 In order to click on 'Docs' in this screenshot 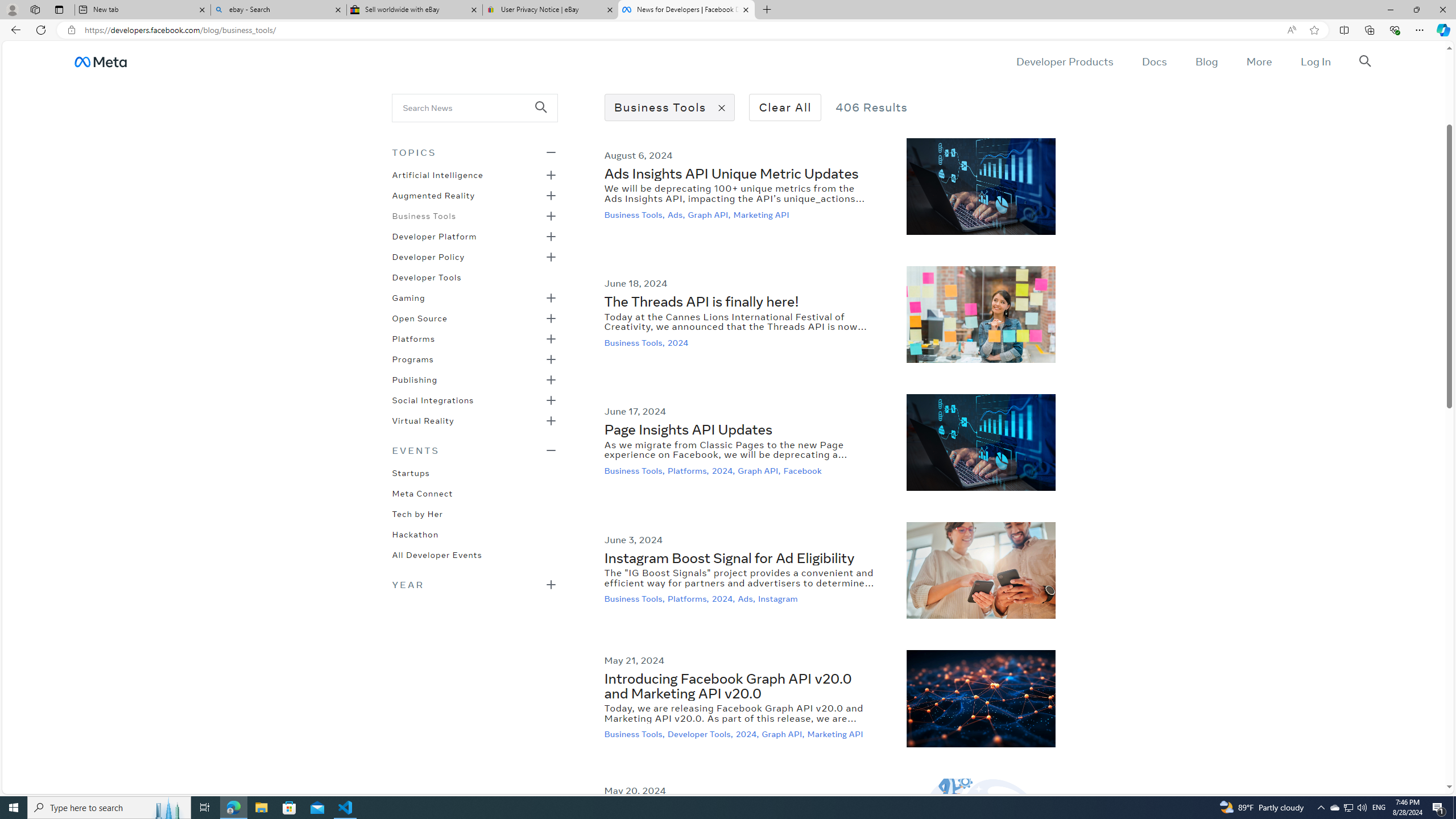, I will do `click(1153, 61)`.